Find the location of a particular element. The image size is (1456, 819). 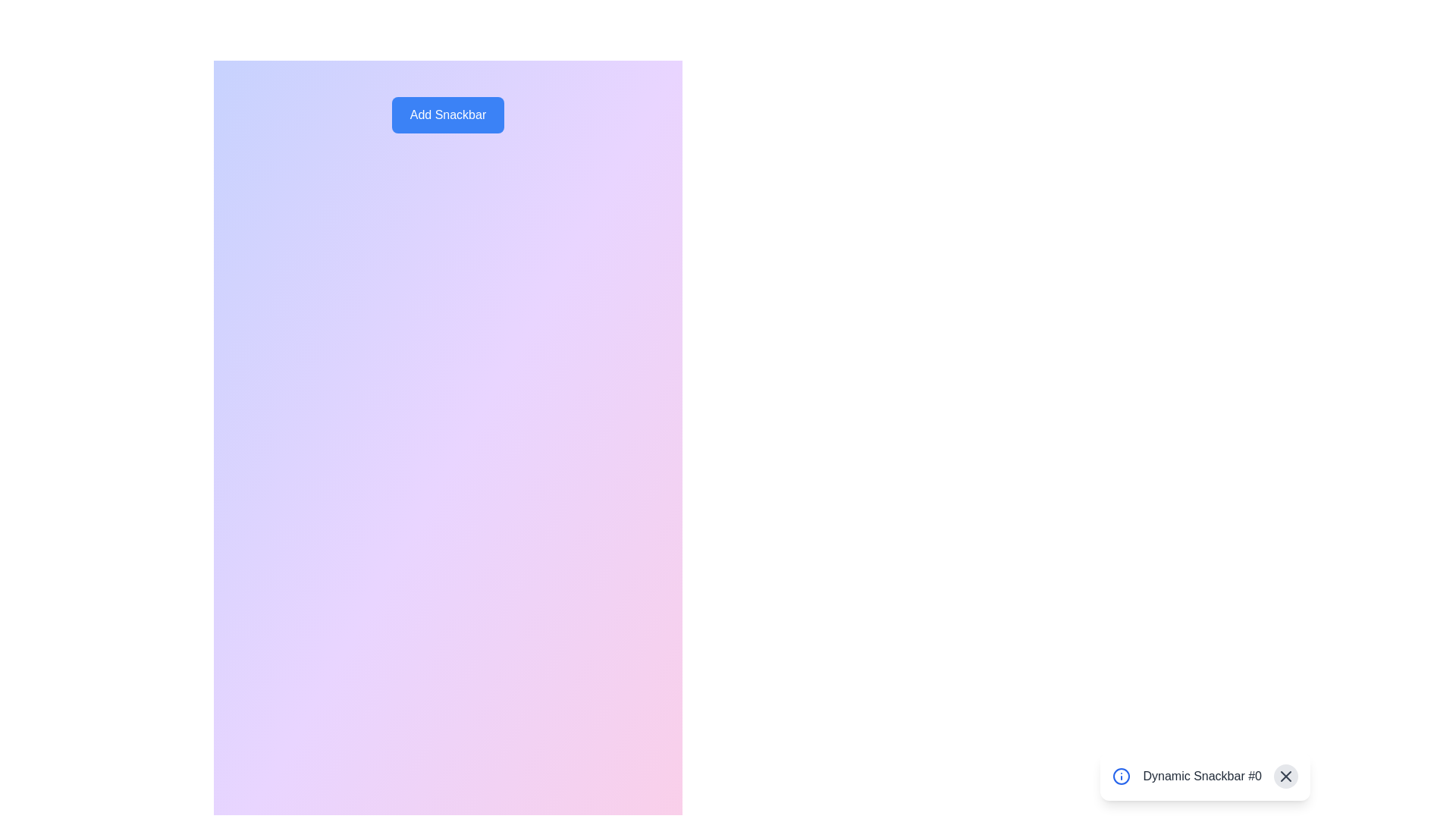

the SVG Circle element located at the bottom-right corner of the interface, which serves as part of an information icon for visual feedback is located at coordinates (1122, 776).